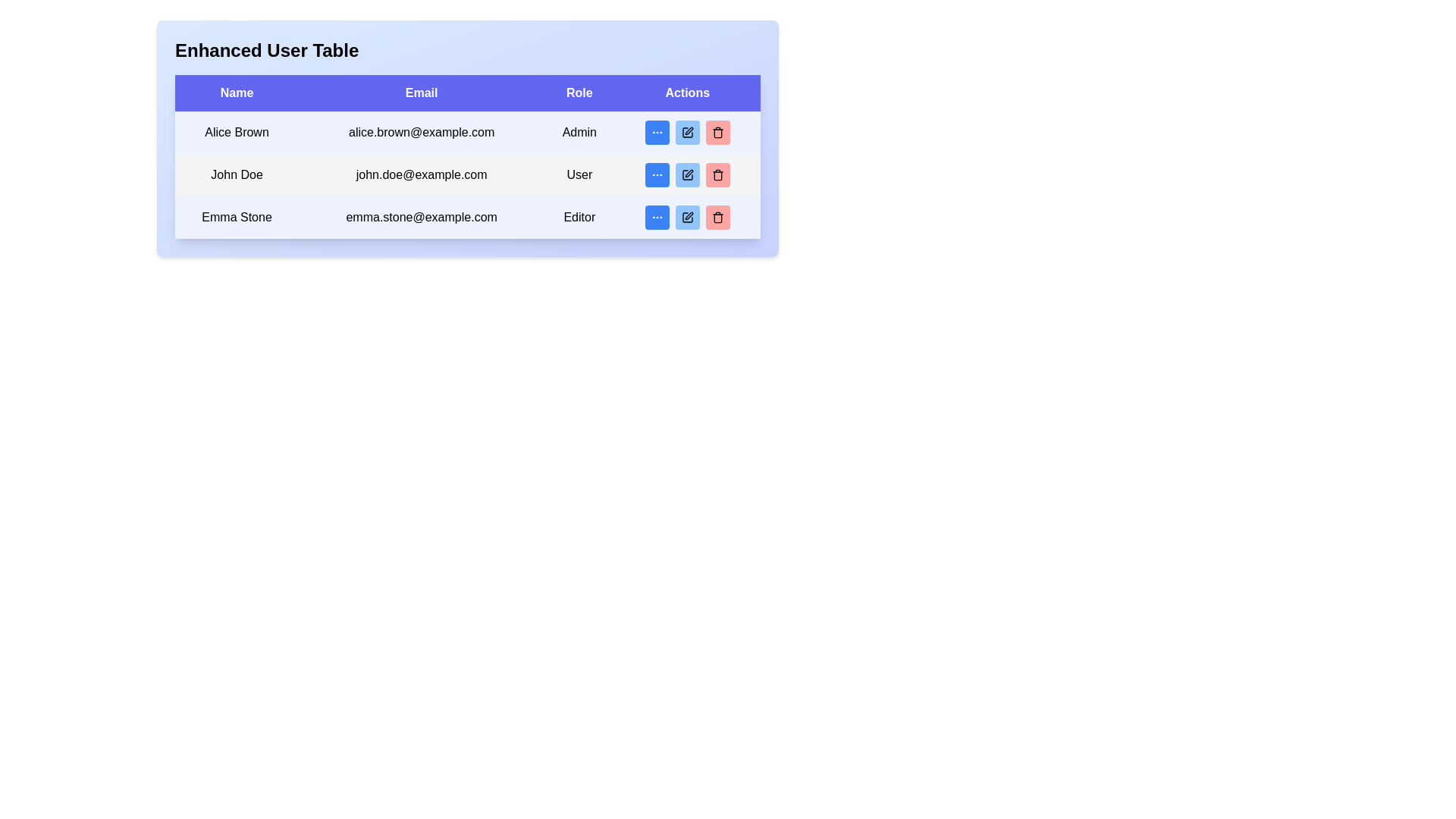 The height and width of the screenshot is (819, 1456). I want to click on the 'Name' label, which is a rectangular tab with a purple background and bold white text, located in the header row of a table layout as the first header column, so click(236, 93).